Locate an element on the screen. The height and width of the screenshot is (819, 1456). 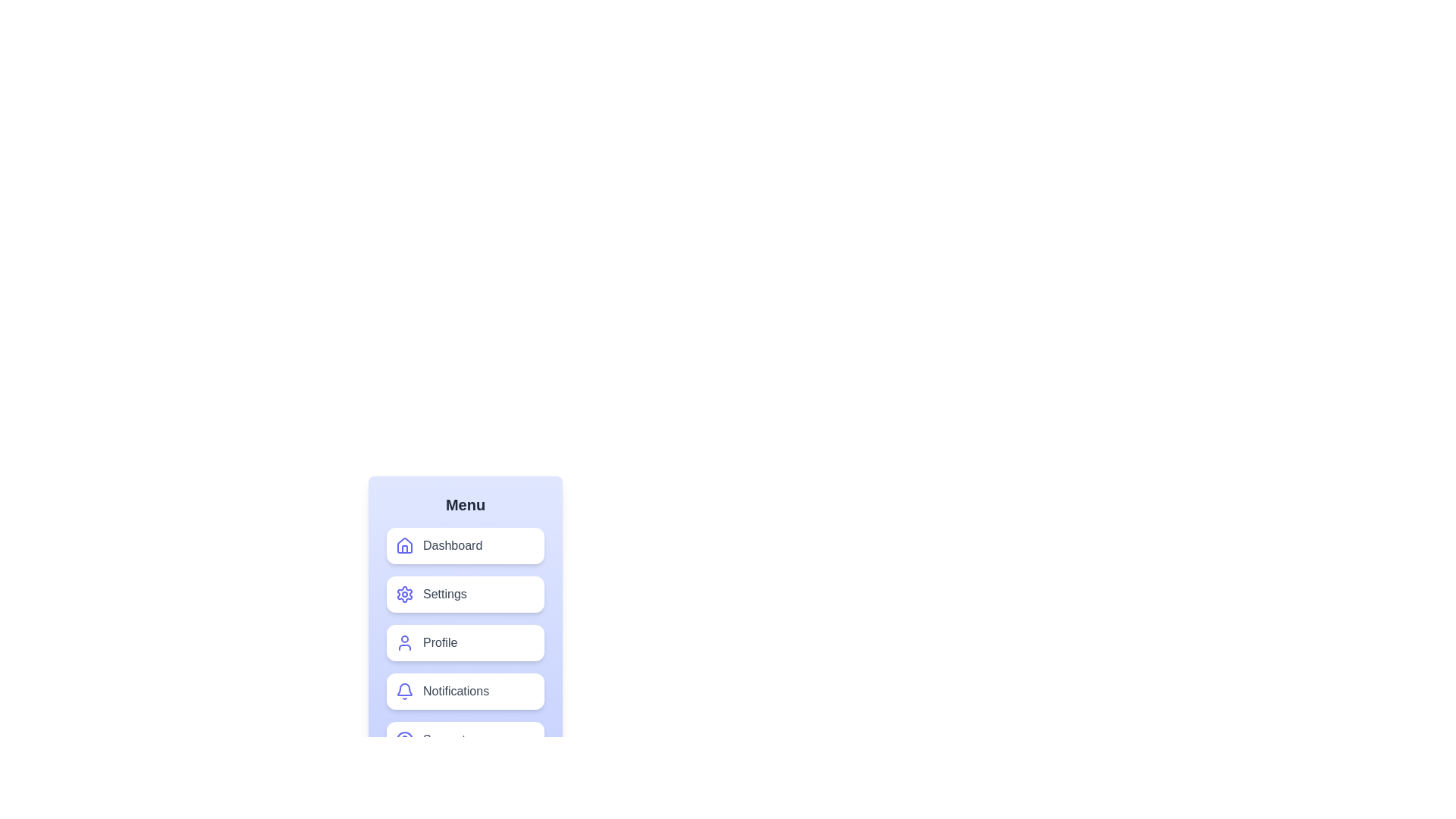
the Notifications button located in the vertical menu panel, which is the fourth item from the top, to change its background color is located at coordinates (465, 691).